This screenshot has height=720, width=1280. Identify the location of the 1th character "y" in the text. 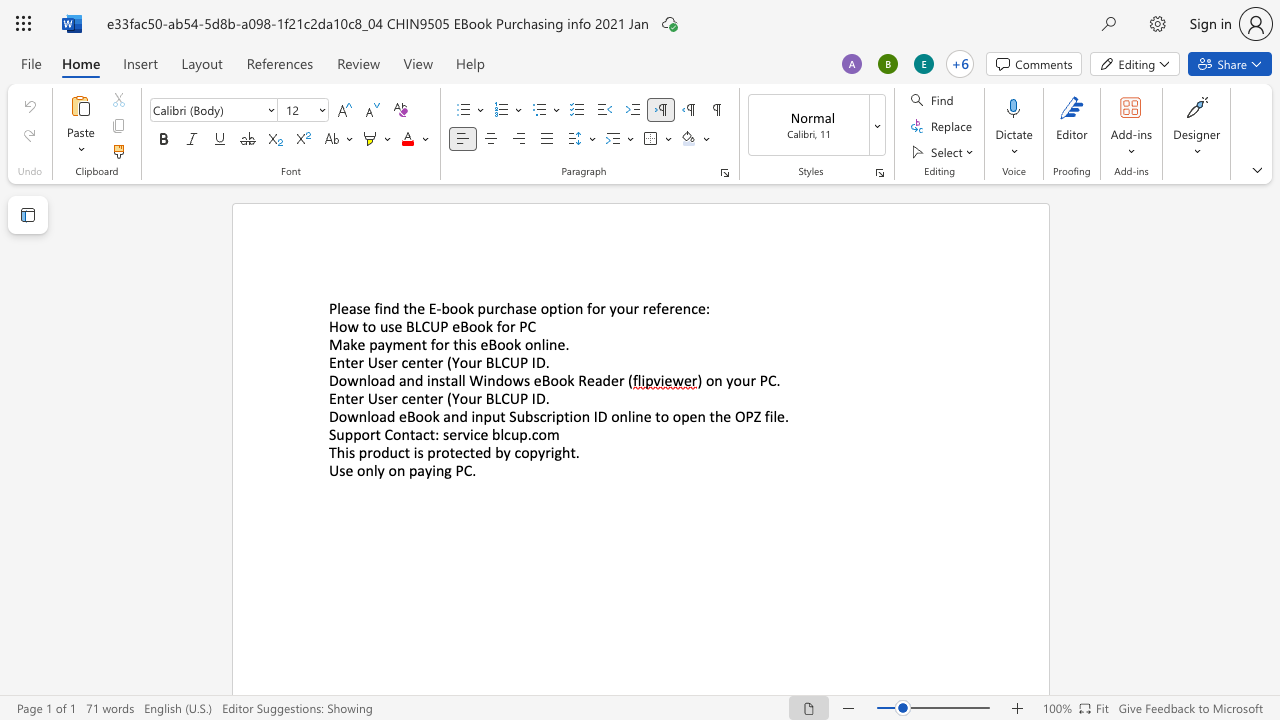
(612, 308).